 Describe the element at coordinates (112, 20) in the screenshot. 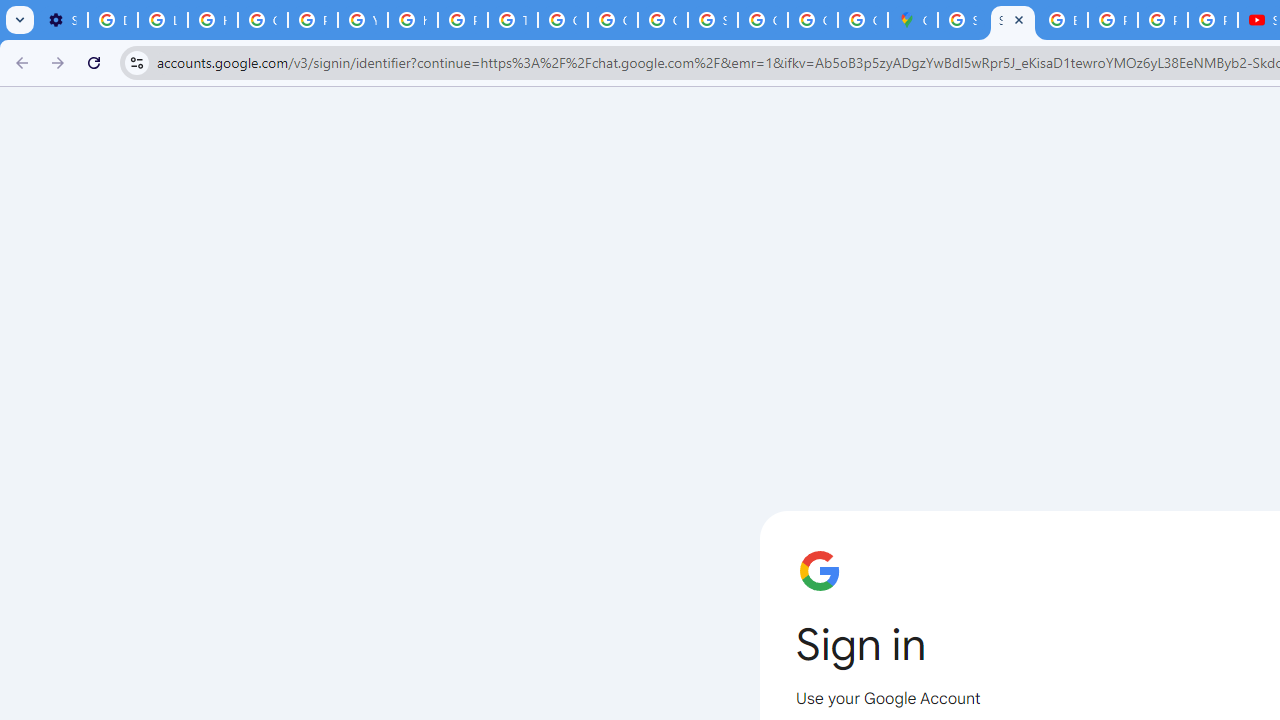

I see `'Delete photos & videos - Computer - Google Photos Help'` at that location.